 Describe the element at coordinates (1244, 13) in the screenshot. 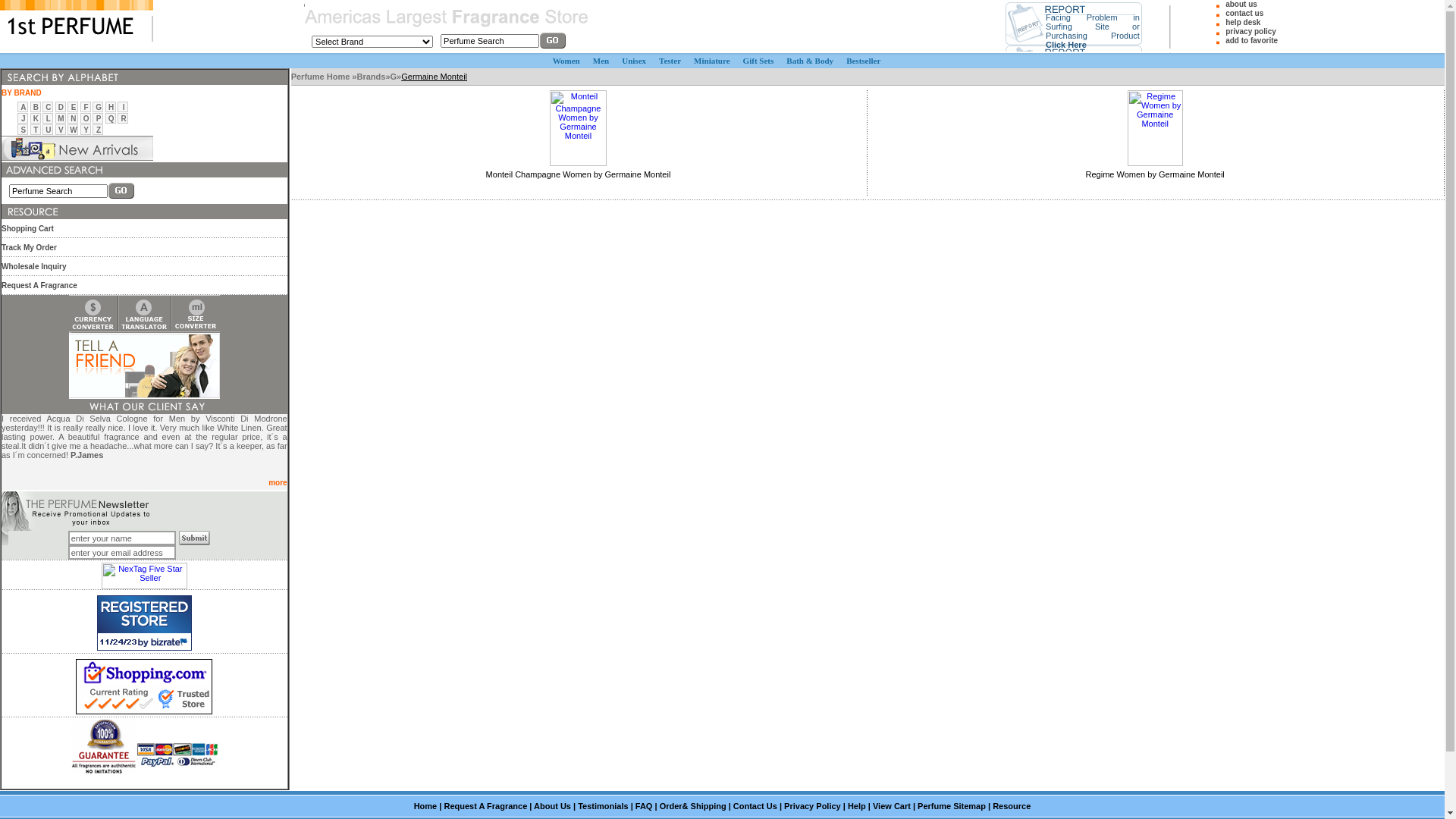

I see `'contact us'` at that location.